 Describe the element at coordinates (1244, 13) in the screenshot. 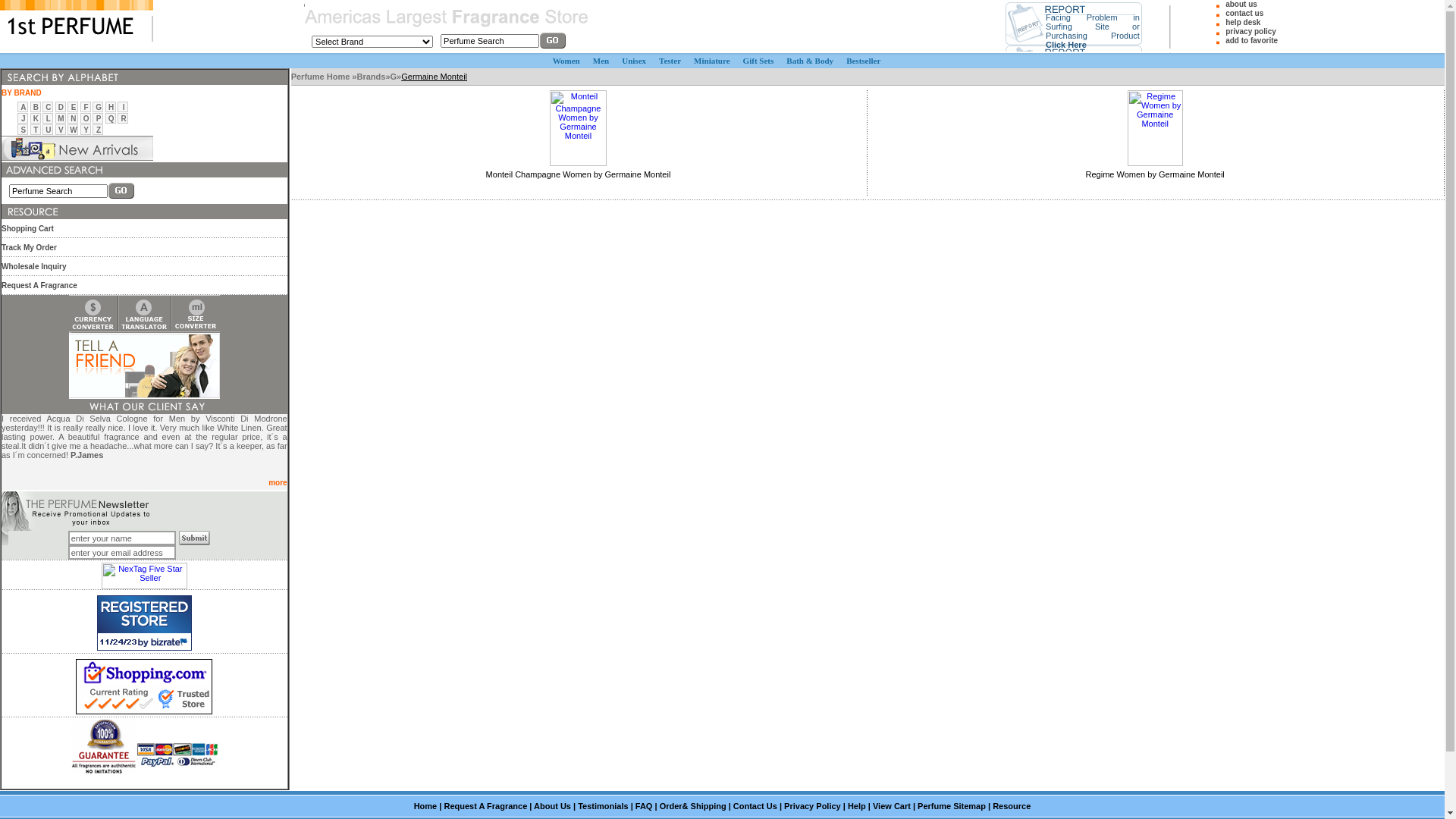

I see `'contact us'` at that location.